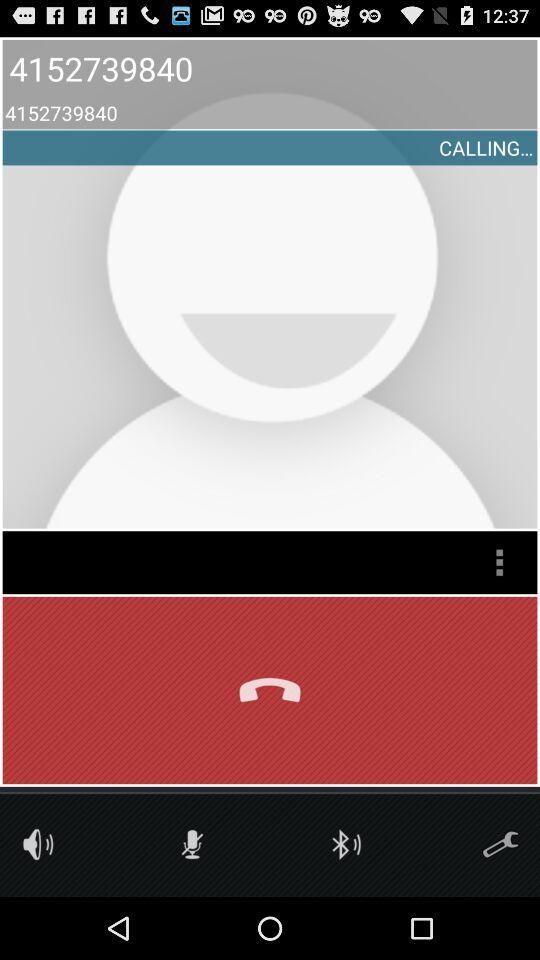 This screenshot has width=540, height=960. What do you see at coordinates (499, 843) in the screenshot?
I see `settings` at bounding box center [499, 843].